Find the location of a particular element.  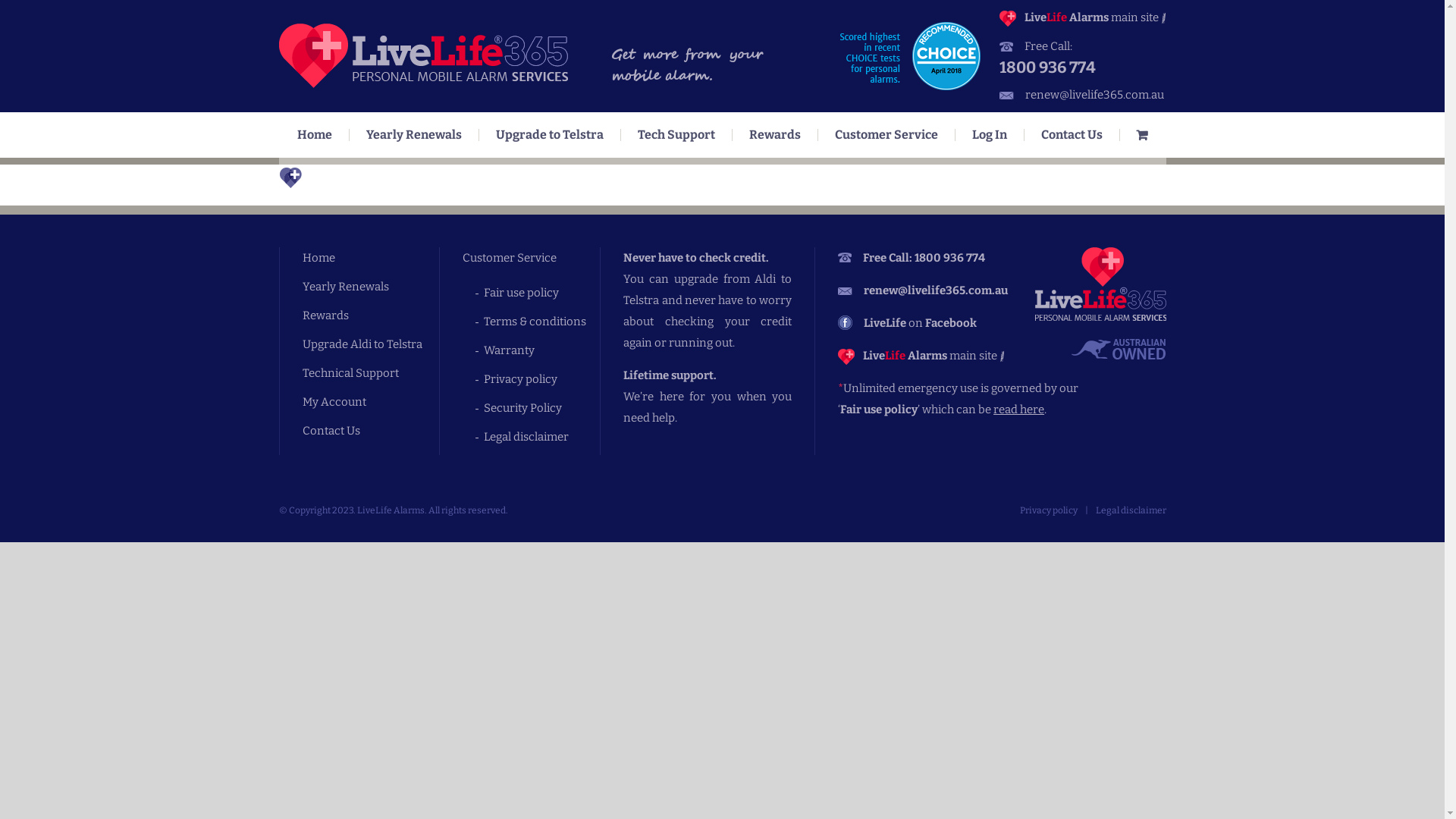

'Customer Service' is located at coordinates (886, 133).